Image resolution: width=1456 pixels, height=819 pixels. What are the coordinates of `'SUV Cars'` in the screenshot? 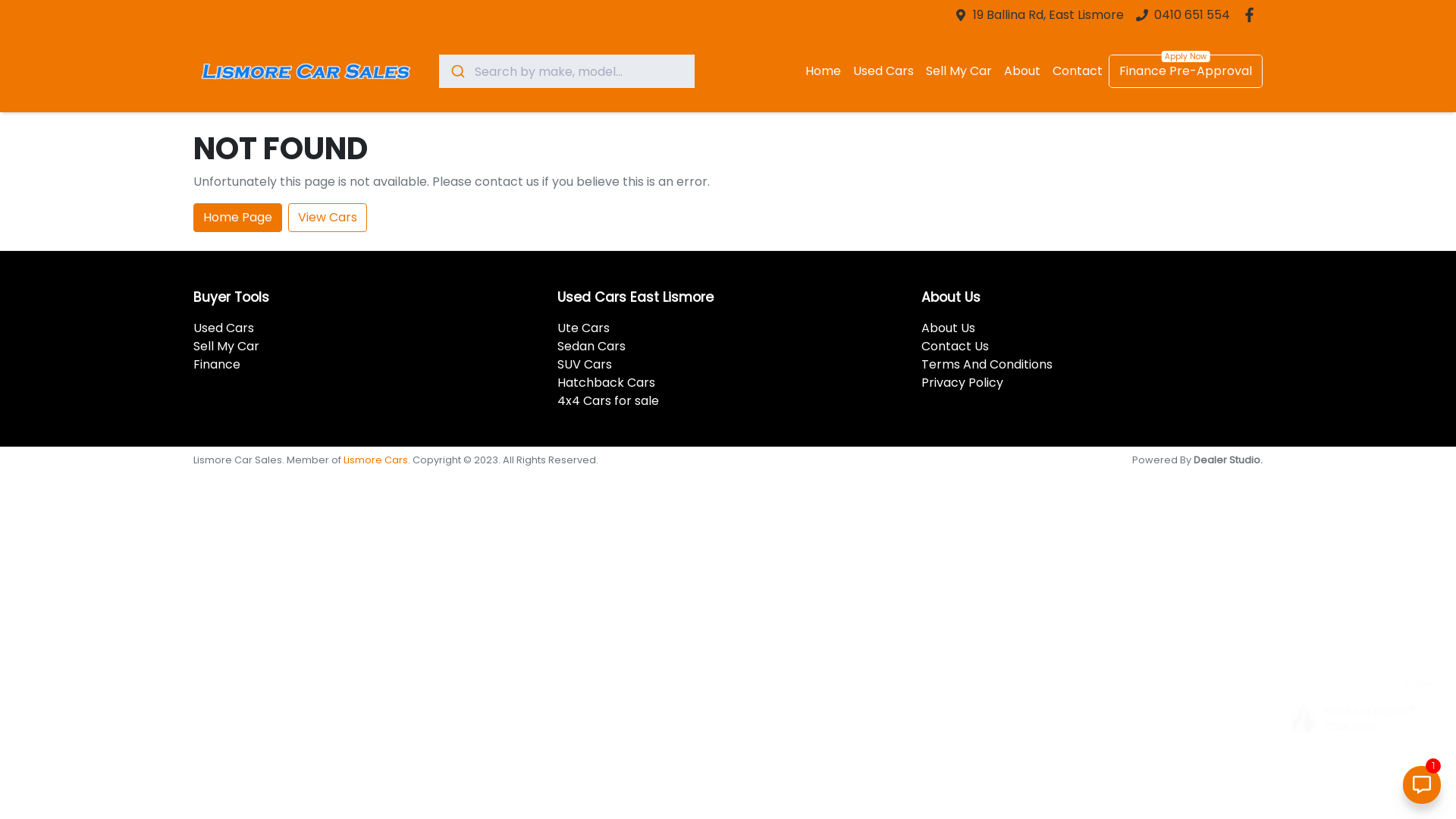 It's located at (584, 364).